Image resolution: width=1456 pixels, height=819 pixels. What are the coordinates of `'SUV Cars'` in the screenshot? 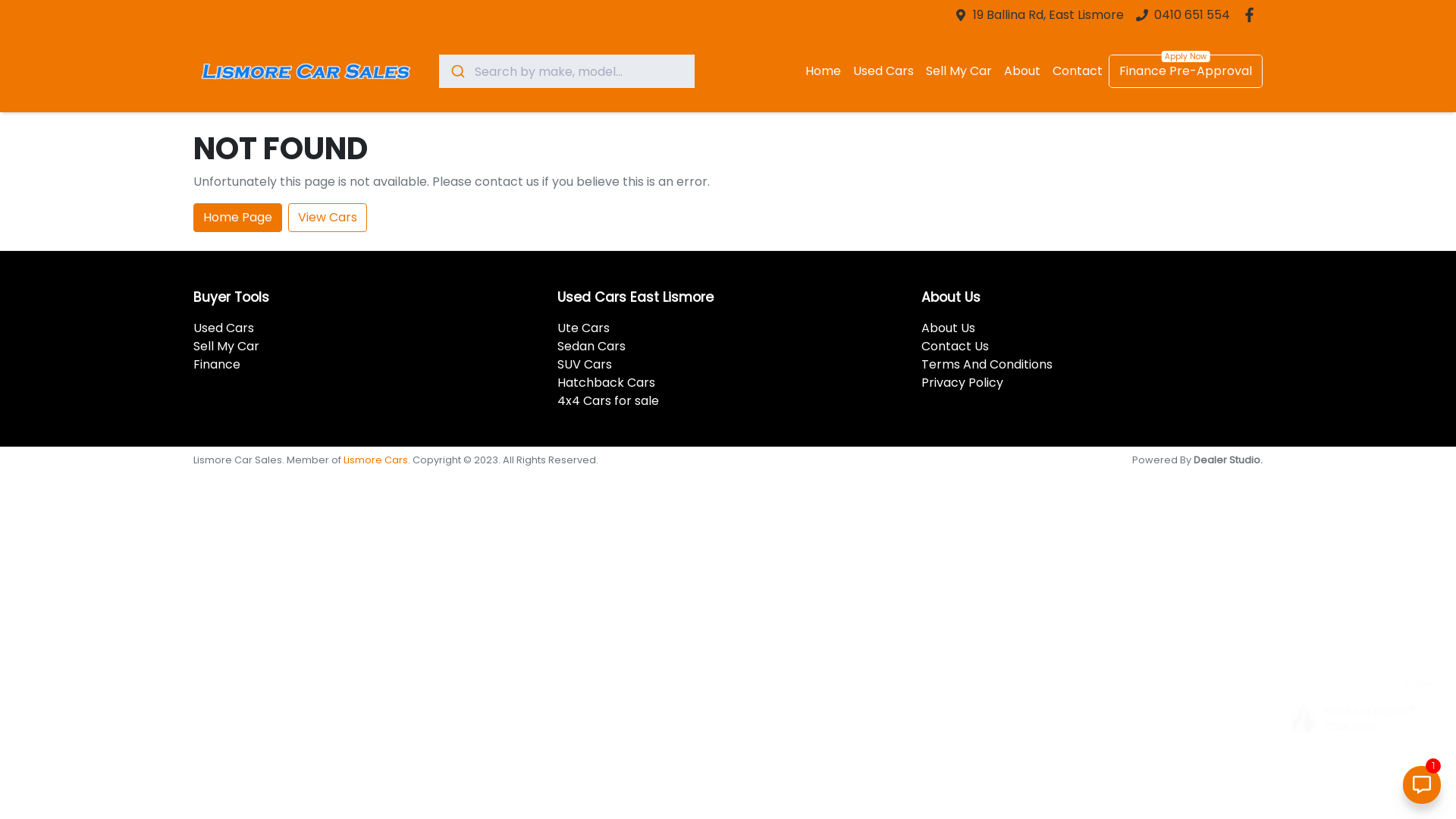 It's located at (584, 364).